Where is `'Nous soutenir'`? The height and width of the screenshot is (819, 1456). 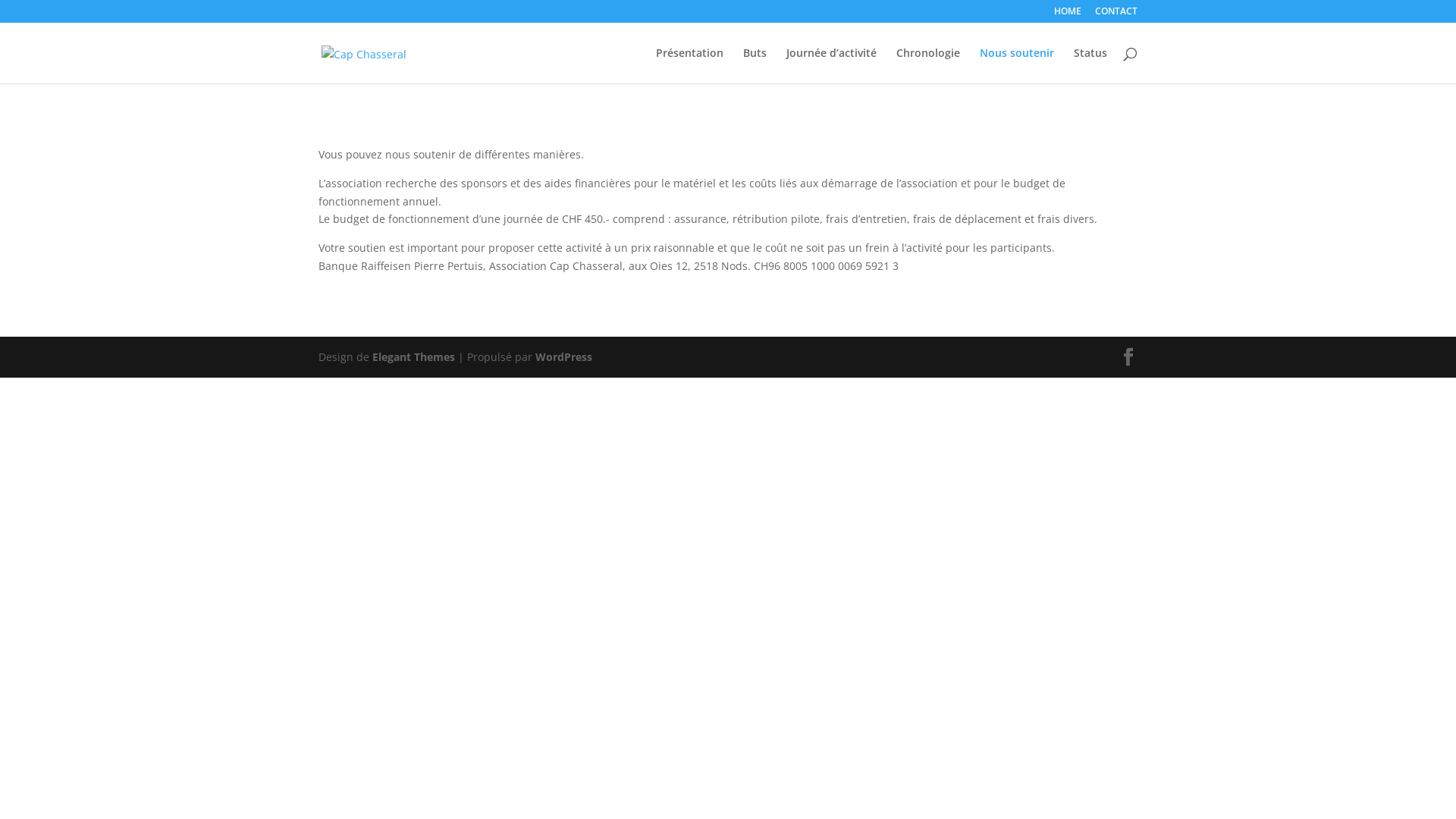 'Nous soutenir' is located at coordinates (1016, 64).